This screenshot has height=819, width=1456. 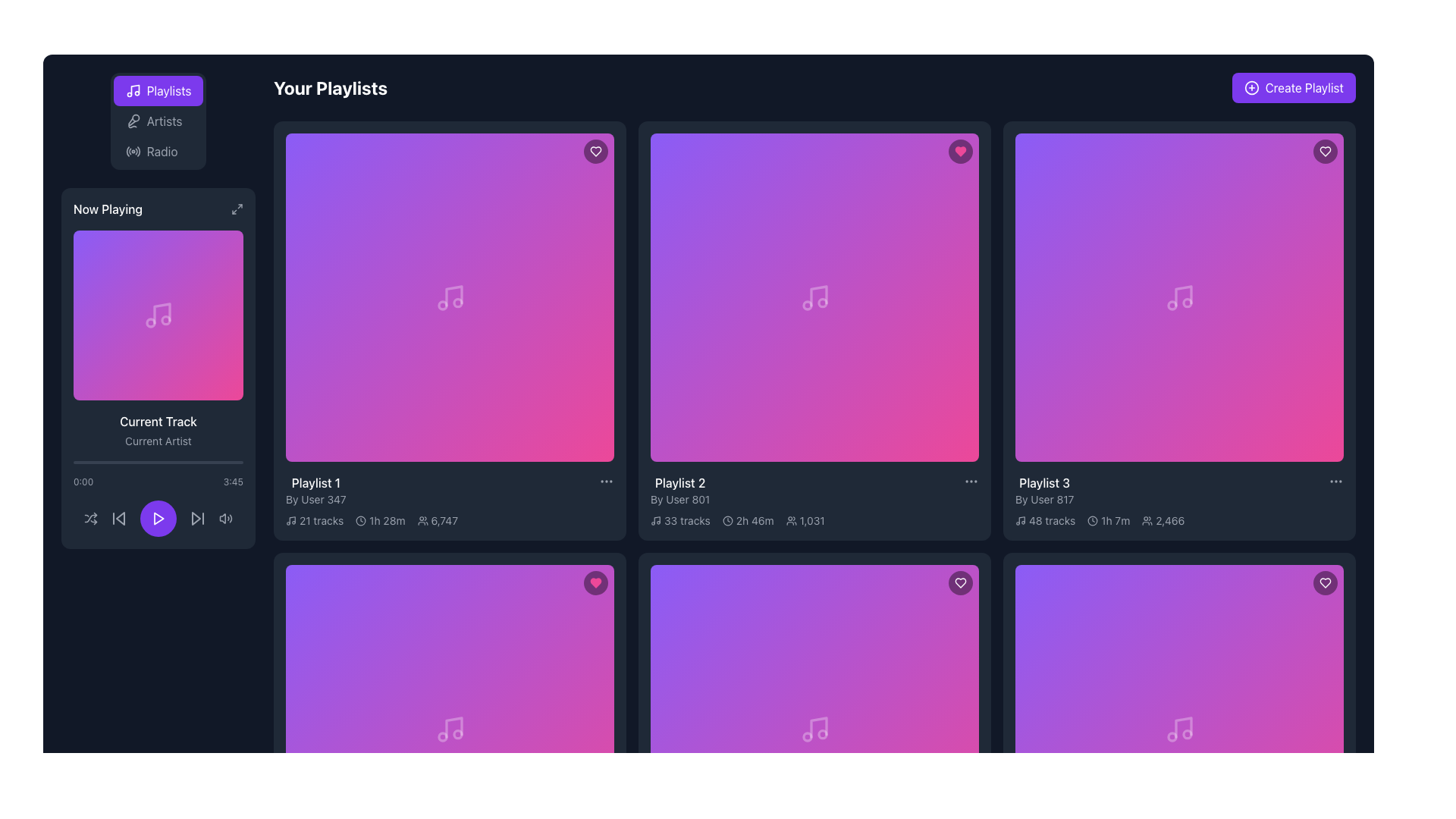 What do you see at coordinates (726, 519) in the screenshot?
I see `the Clock icon located within the 'Playlist 2' card, which indicates the duration of the playlist` at bounding box center [726, 519].